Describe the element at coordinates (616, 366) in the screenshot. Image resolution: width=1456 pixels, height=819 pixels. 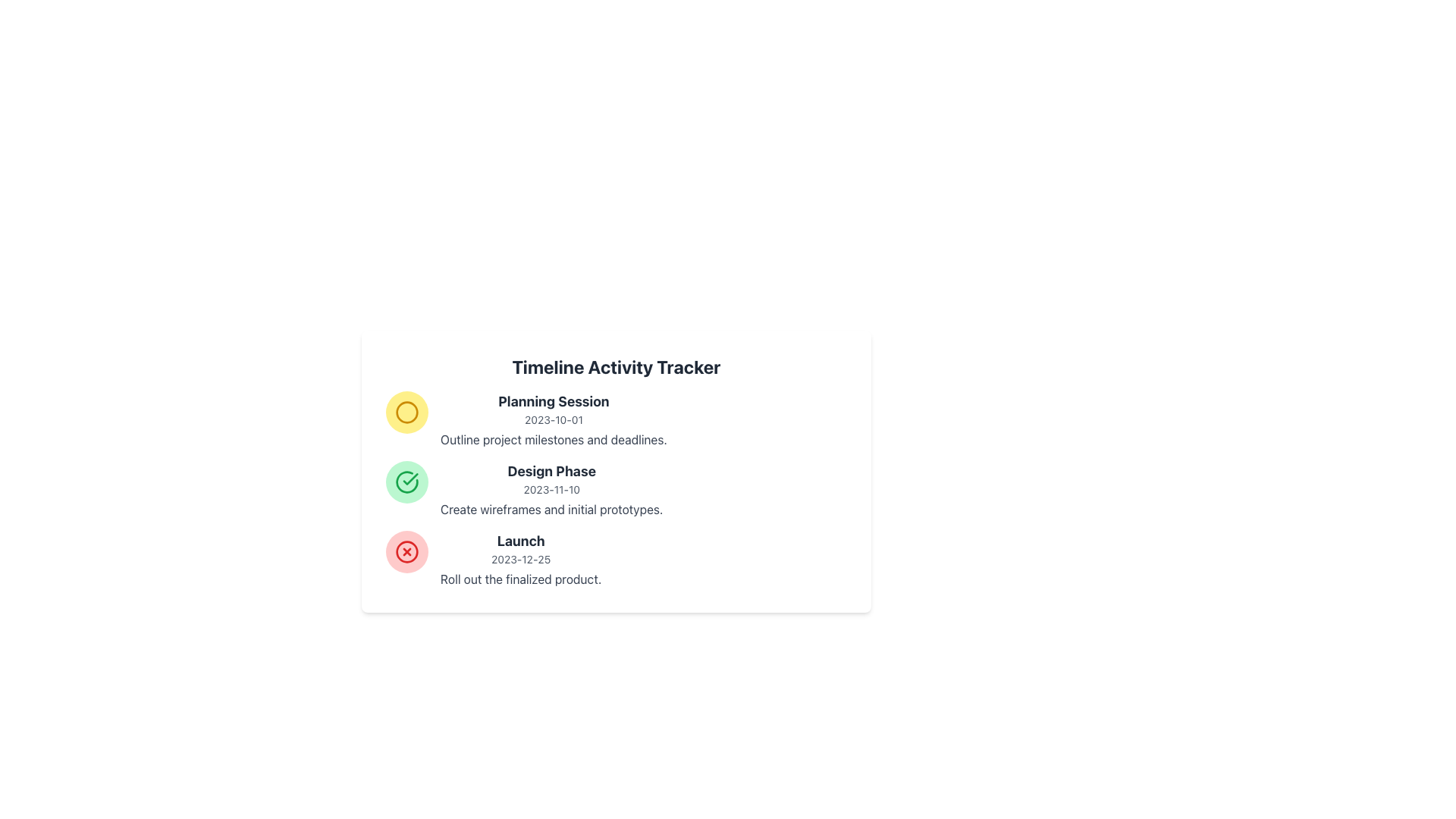
I see `text of the heading element that serves as the title for the timeline activity tracker, located centrally at the top of the card` at that location.